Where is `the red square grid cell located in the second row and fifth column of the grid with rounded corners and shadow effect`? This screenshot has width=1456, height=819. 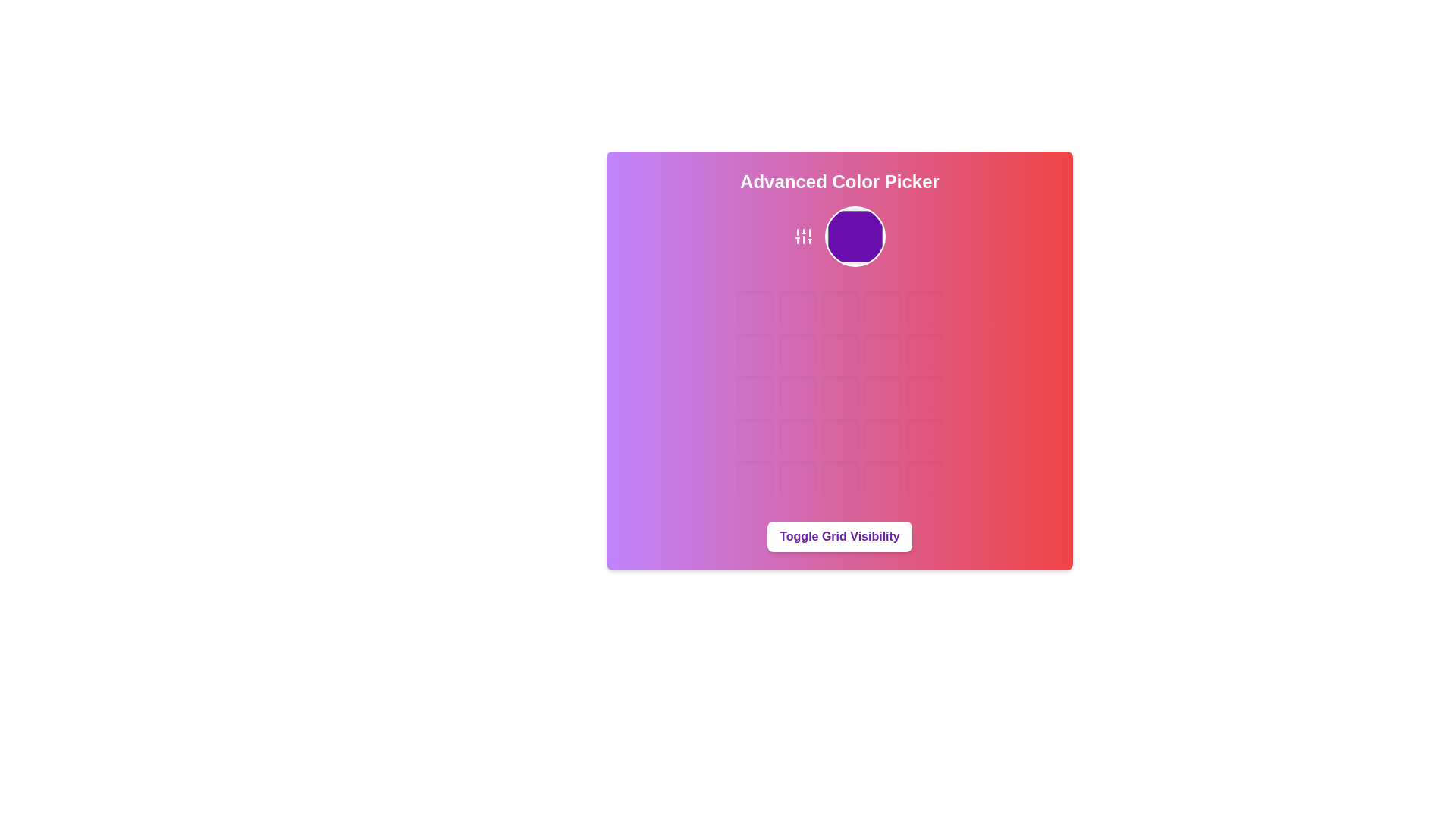
the red square grid cell located in the second row and fifth column of the grid with rounded corners and shadow effect is located at coordinates (924, 351).